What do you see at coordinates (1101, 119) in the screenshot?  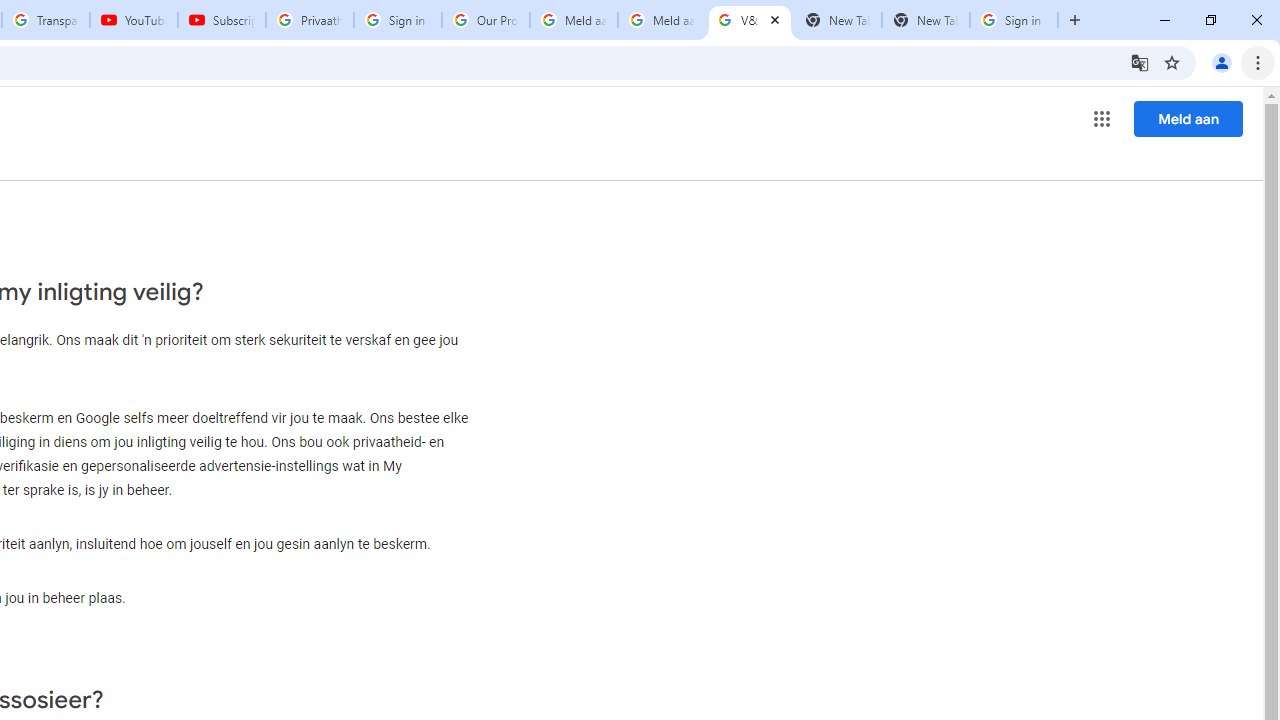 I see `'Google-programme'` at bounding box center [1101, 119].